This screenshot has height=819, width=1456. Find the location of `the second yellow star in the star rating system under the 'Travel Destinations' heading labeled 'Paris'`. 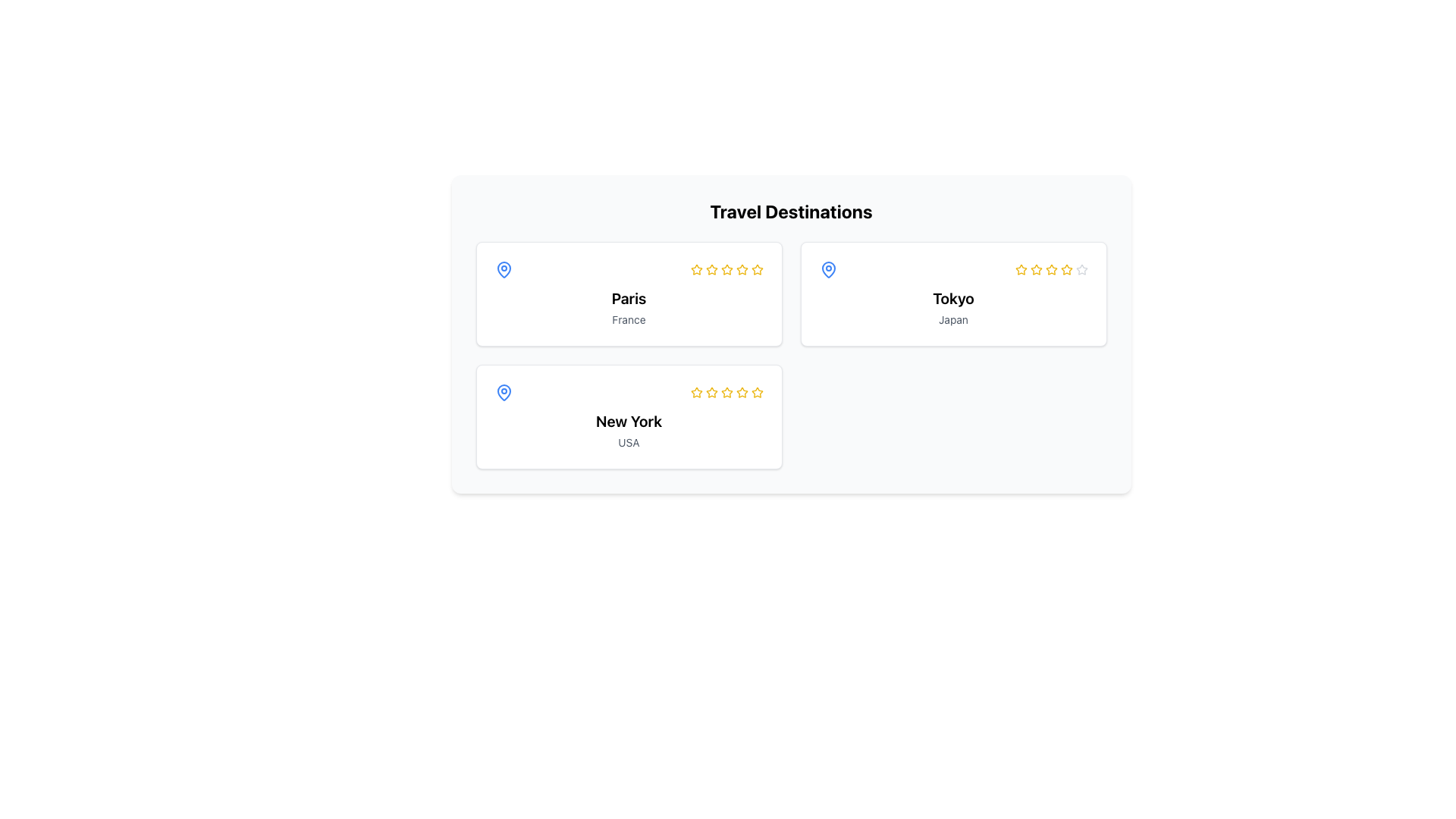

the second yellow star in the star rating system under the 'Travel Destinations' heading labeled 'Paris' is located at coordinates (711, 268).